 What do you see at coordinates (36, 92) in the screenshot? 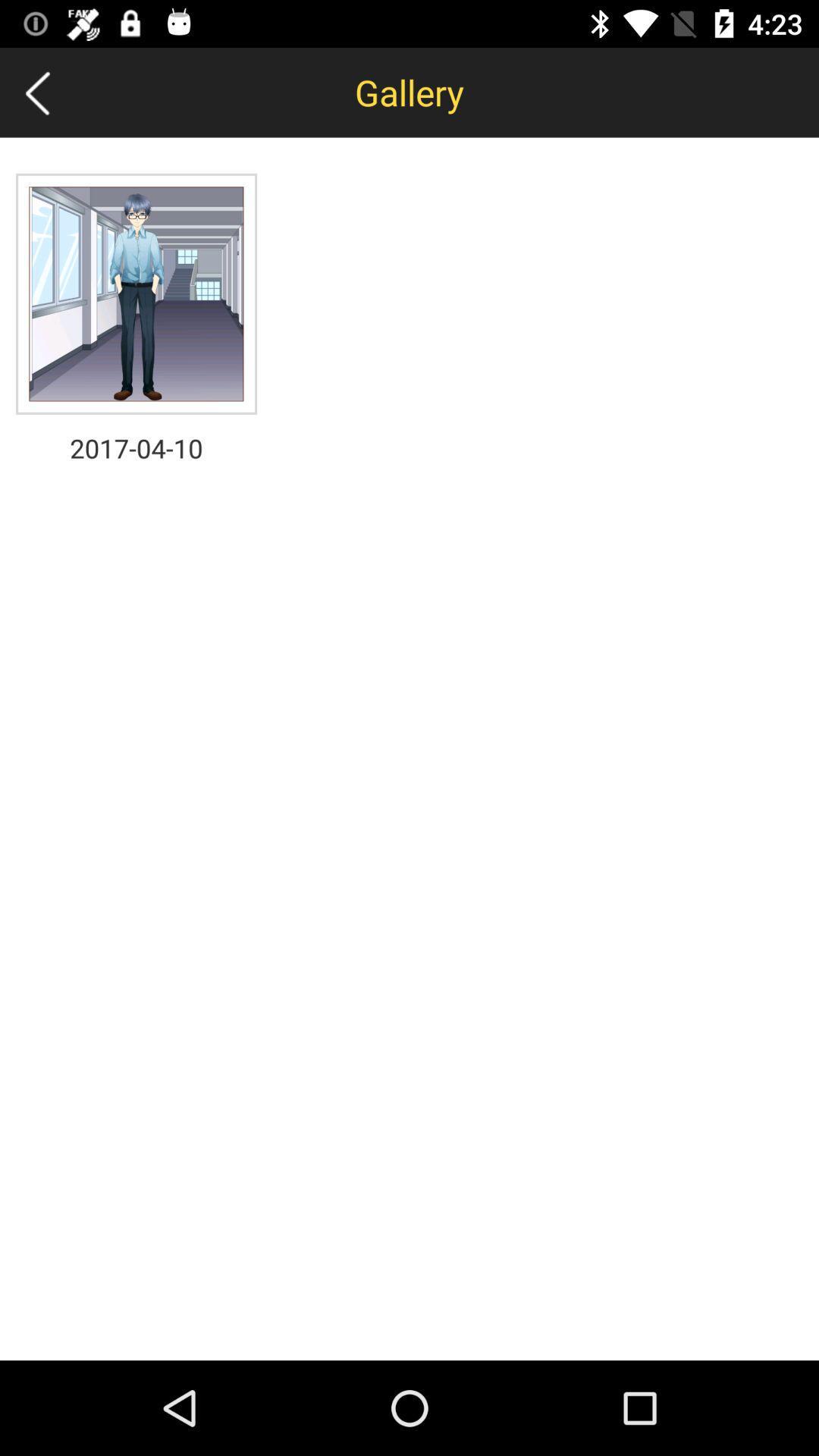
I see `the arrow_backward icon` at bounding box center [36, 92].